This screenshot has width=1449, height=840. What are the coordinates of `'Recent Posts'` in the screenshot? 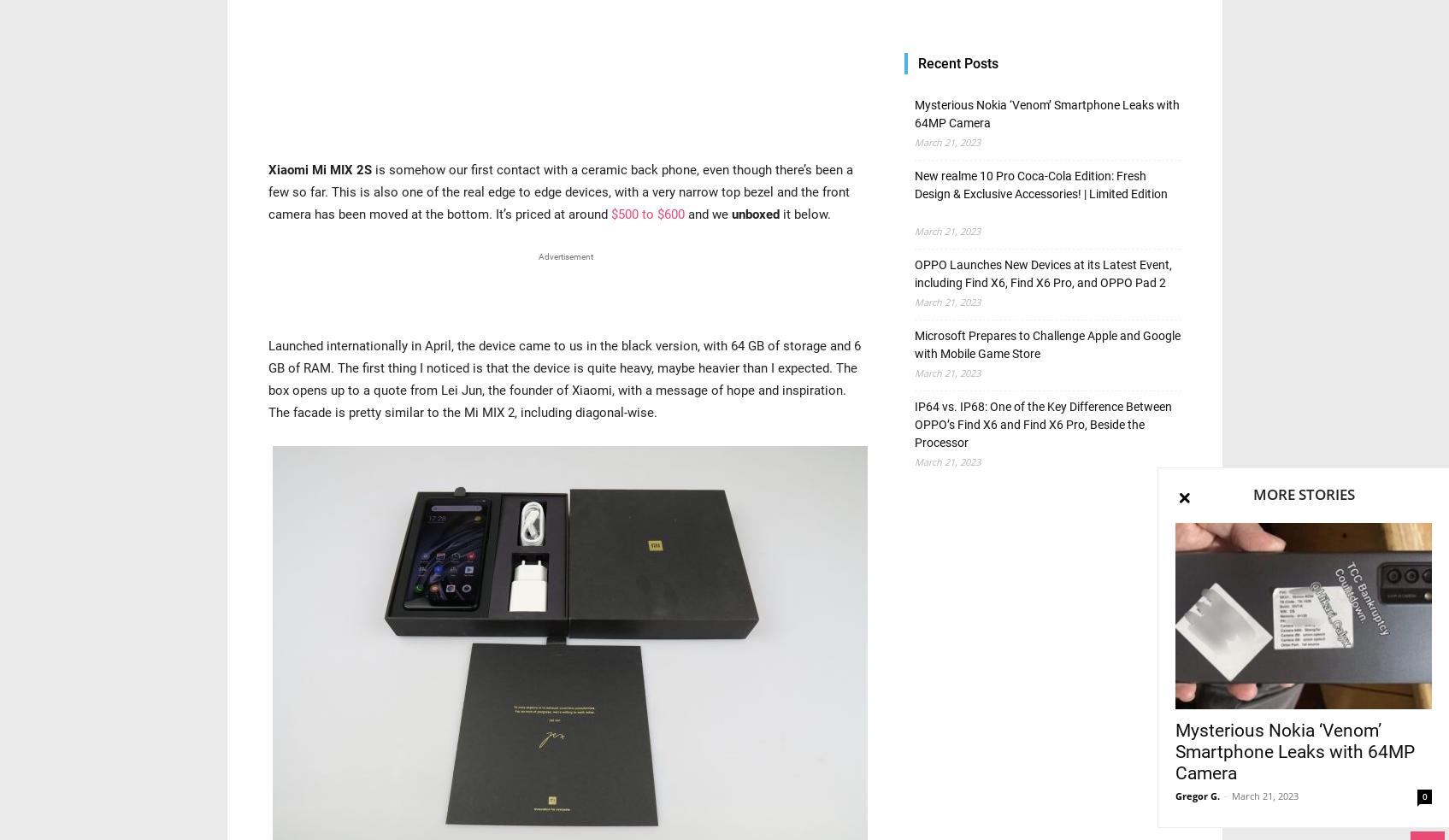 It's located at (916, 62).